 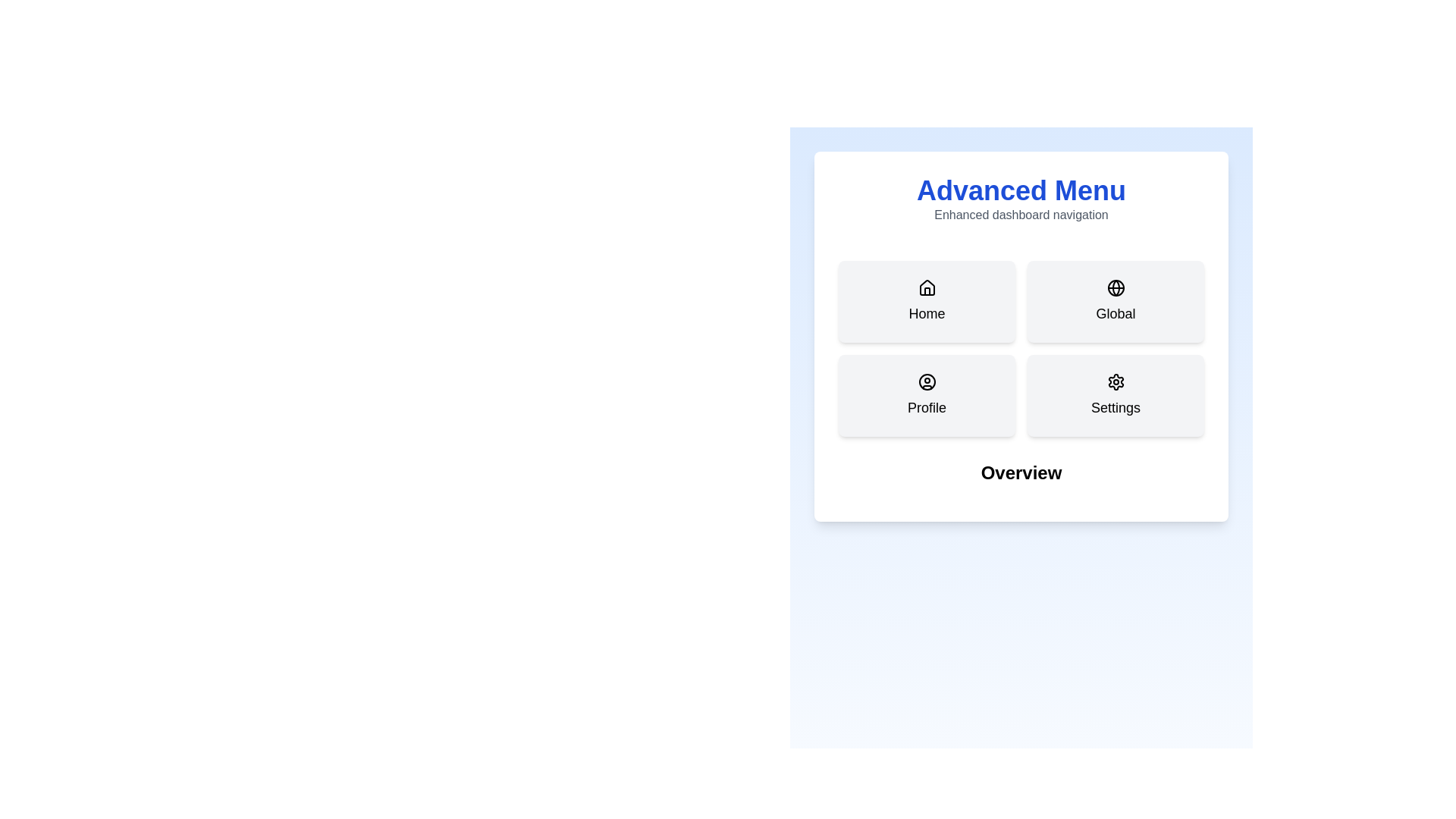 I want to click on the tab button labeled Settings to select it, so click(x=1116, y=394).